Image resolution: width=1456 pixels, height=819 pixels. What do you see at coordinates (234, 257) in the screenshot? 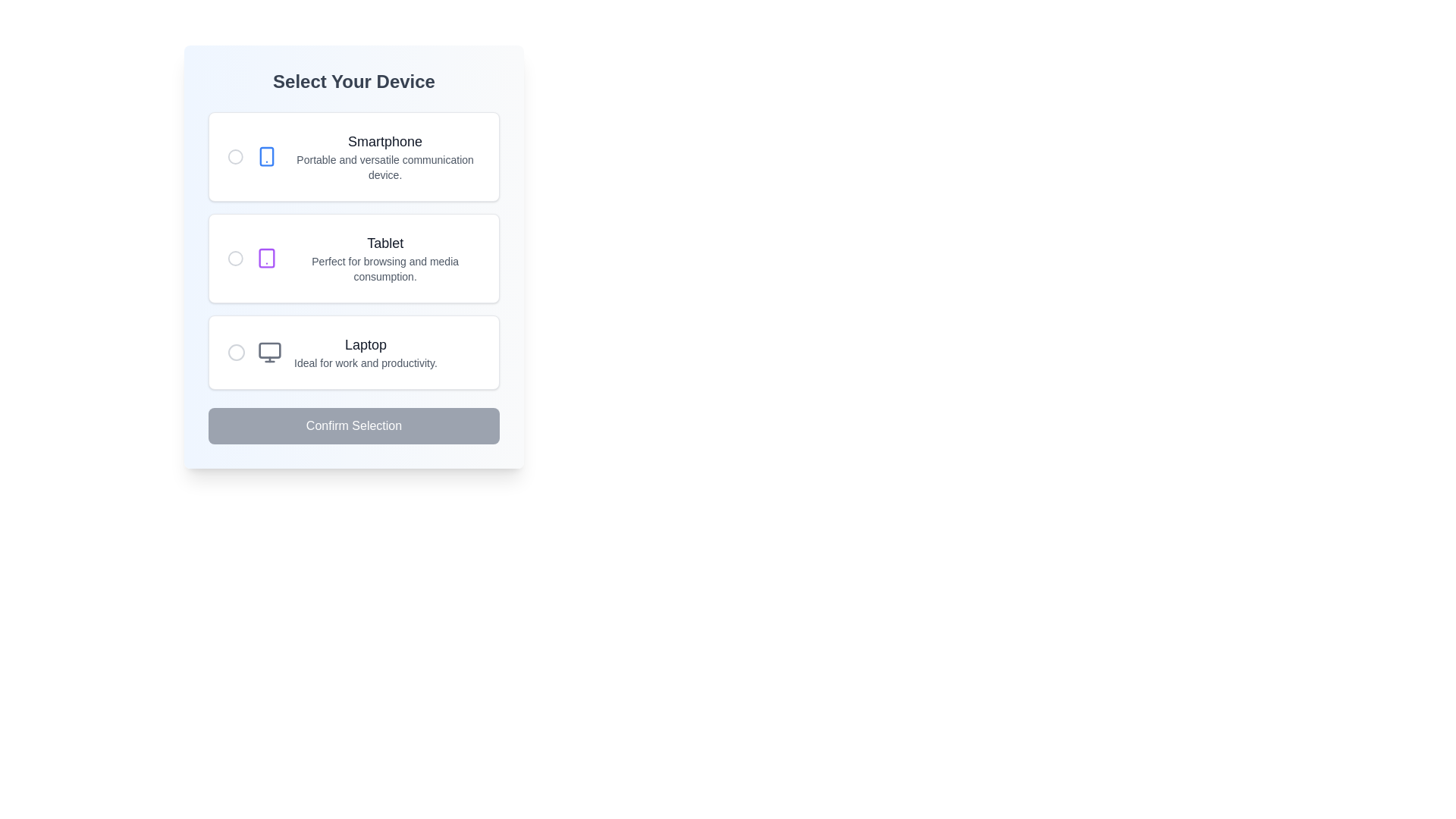
I see `the center of the radio button selection circle for the 'Tablet' option` at bounding box center [234, 257].